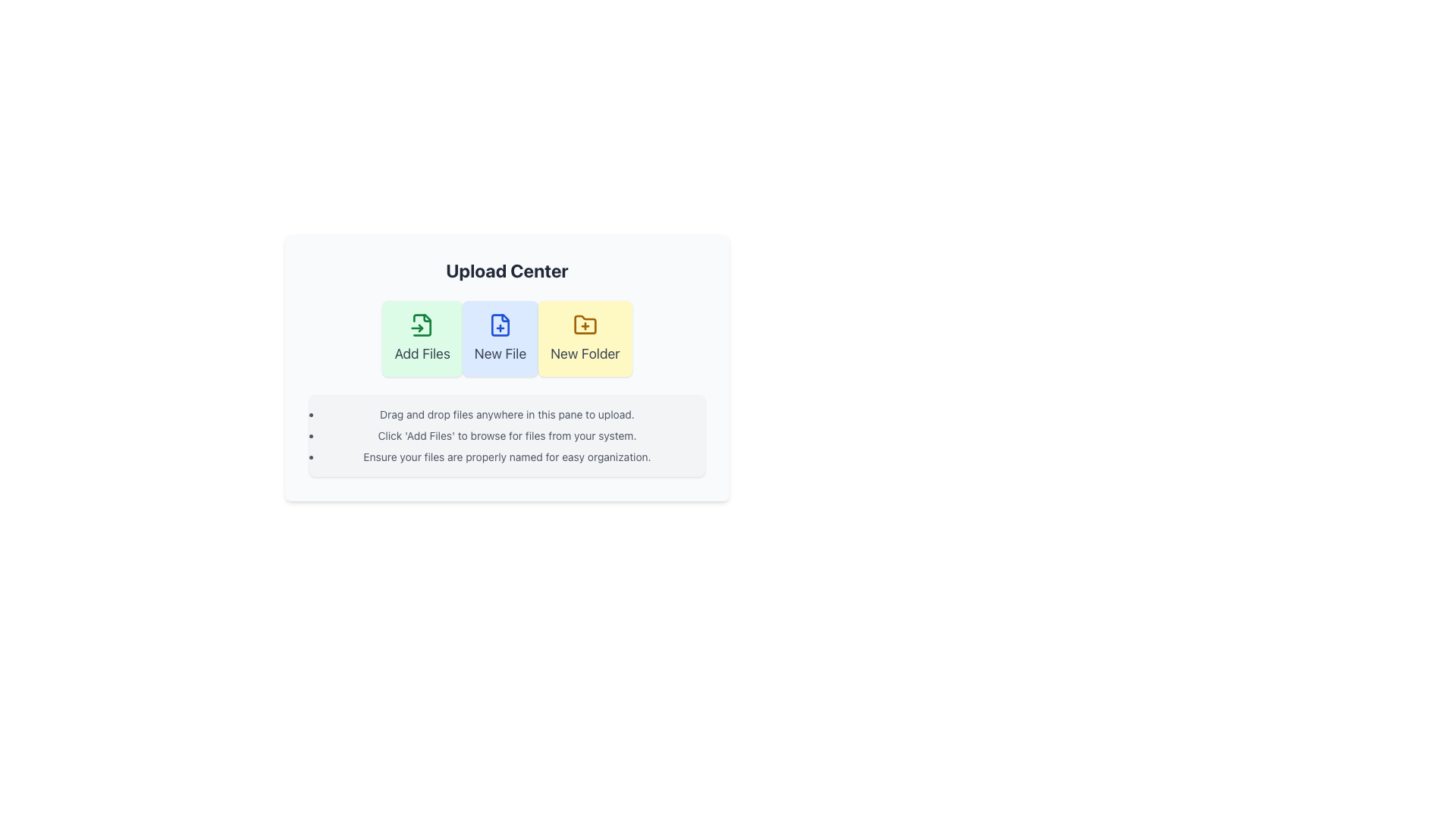 The height and width of the screenshot is (819, 1456). I want to click on the new folder icon located under the 'Upload Center' header, so click(584, 324).